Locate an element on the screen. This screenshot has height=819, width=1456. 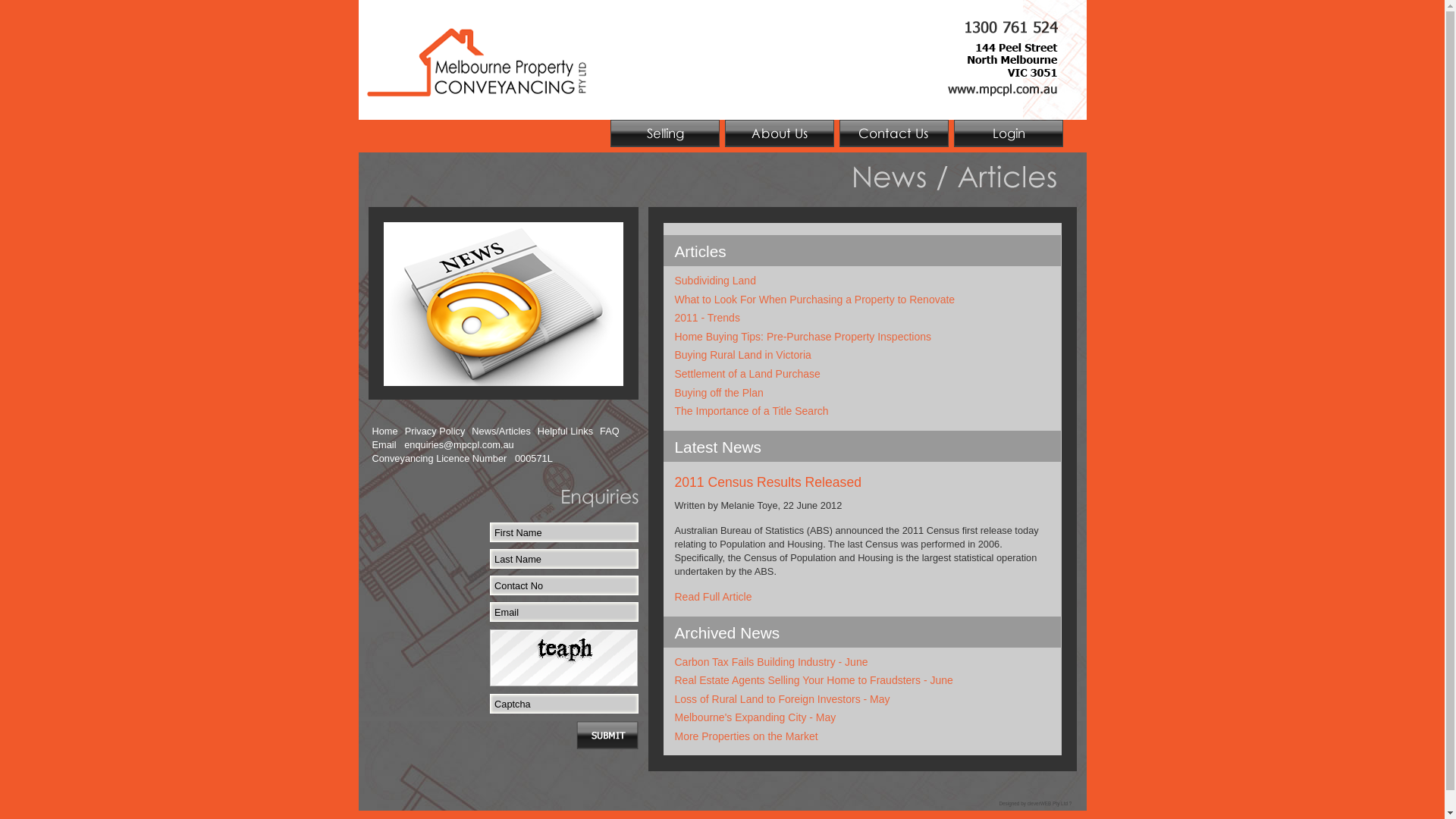
'Settlement of a Land Purchase' is located at coordinates (747, 374).